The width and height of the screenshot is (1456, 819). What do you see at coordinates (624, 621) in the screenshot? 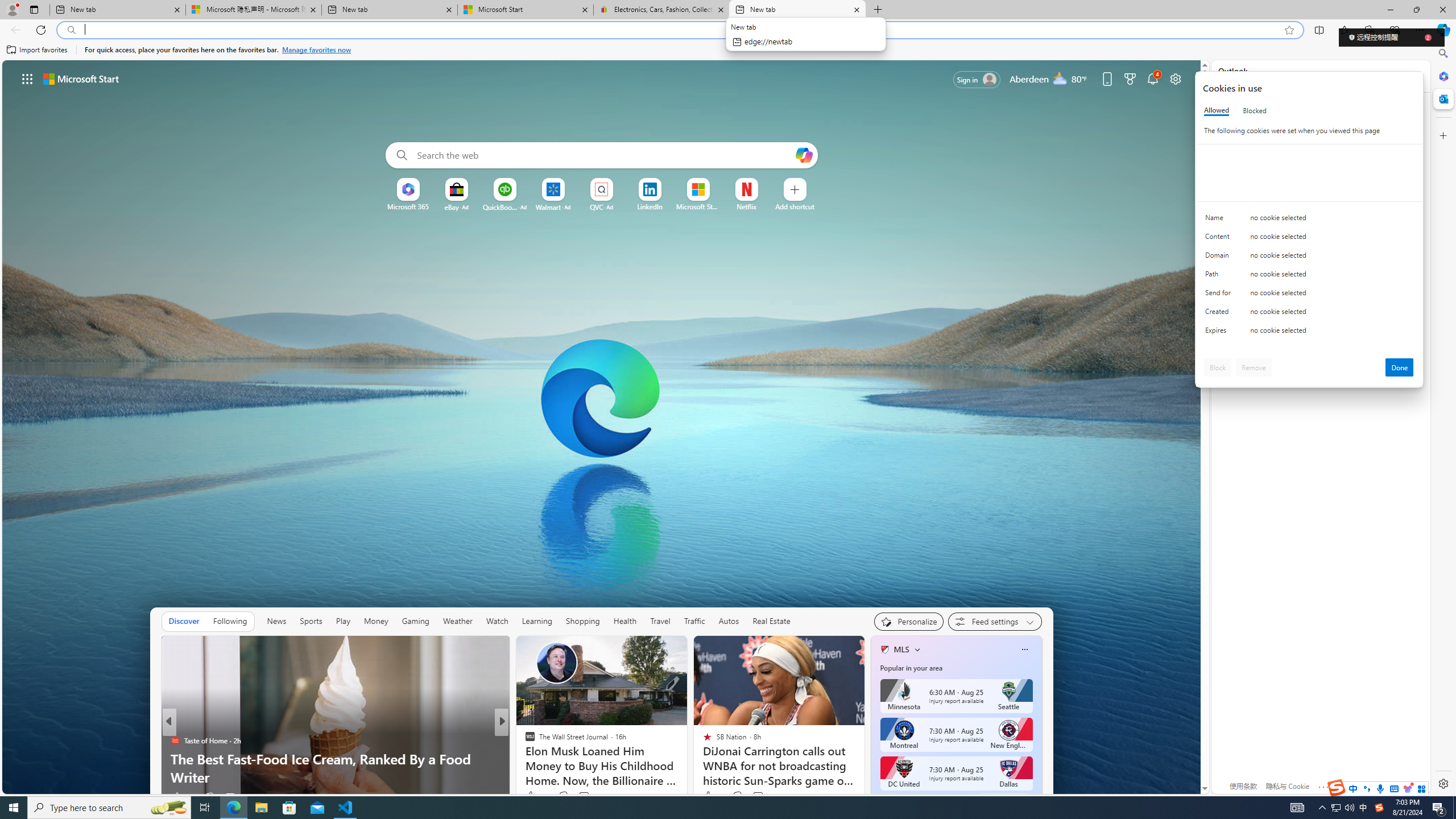
I see `'Health'` at bounding box center [624, 621].